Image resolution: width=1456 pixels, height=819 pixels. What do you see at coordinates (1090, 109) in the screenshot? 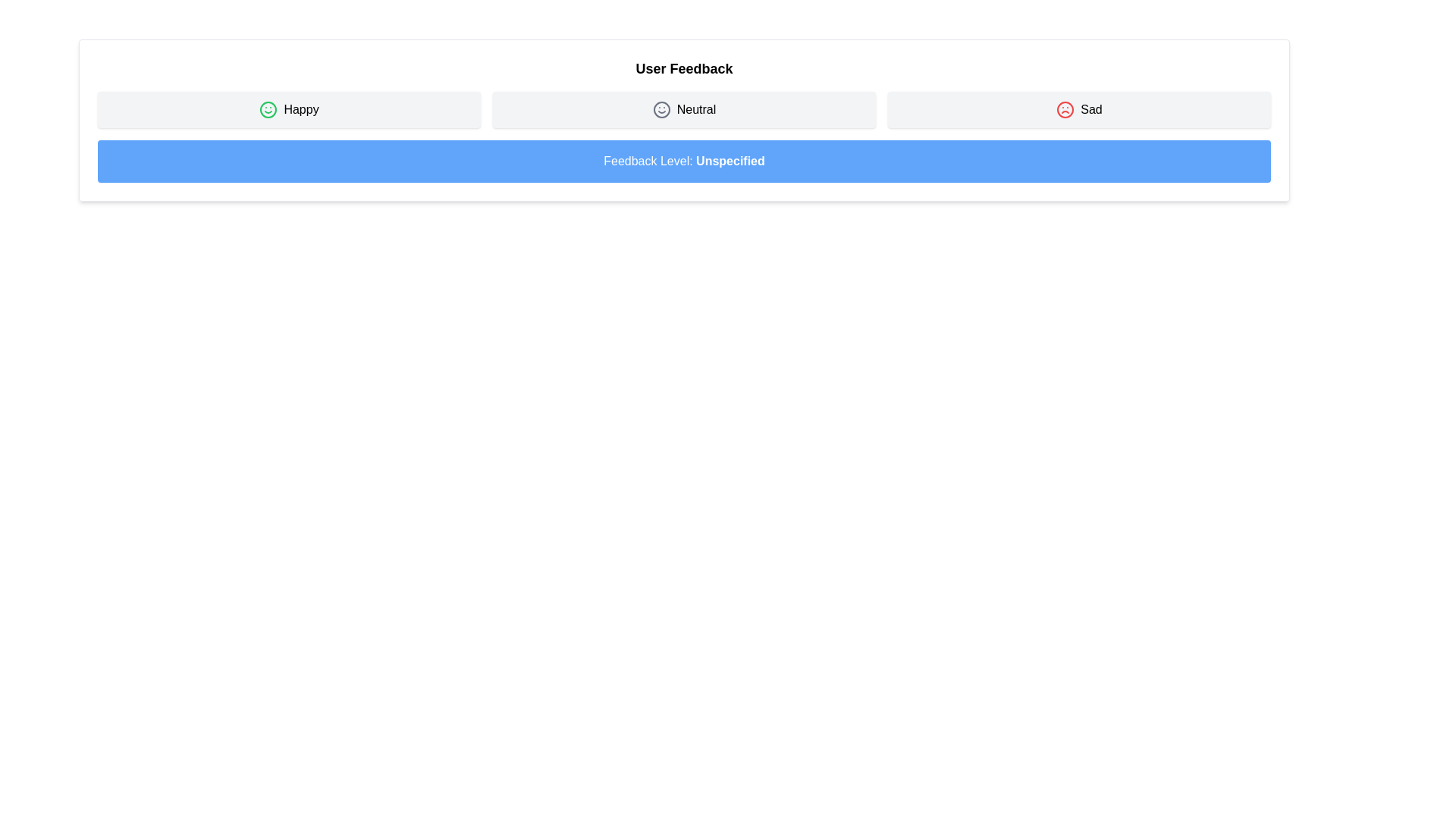
I see `the 'Sad' feedback label, which is located within the 'Sad' feedback button, positioned to the right of a sad face icon among three feedback options` at bounding box center [1090, 109].